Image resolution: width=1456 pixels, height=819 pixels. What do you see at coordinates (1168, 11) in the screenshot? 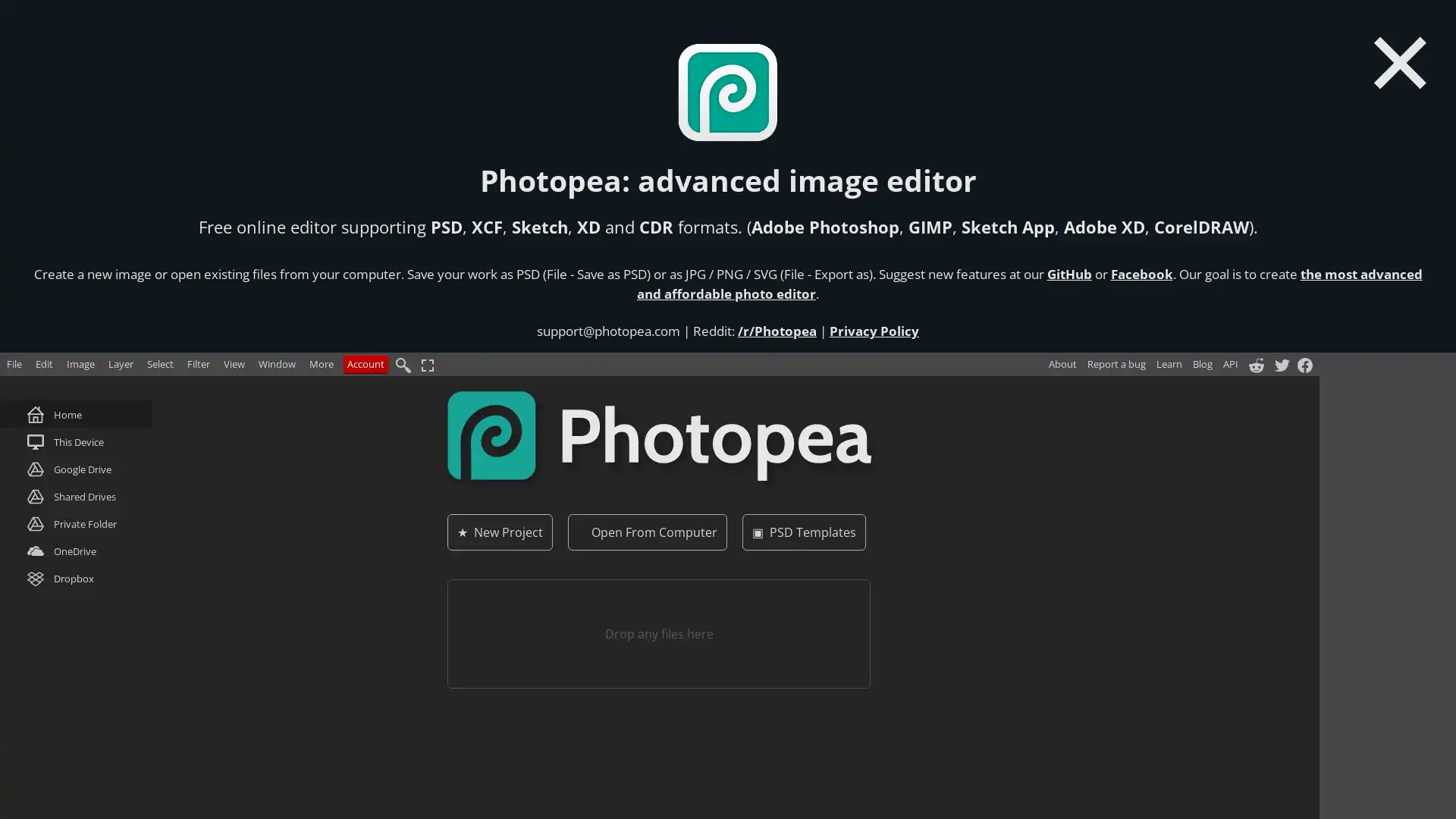
I see `Learn` at bounding box center [1168, 11].